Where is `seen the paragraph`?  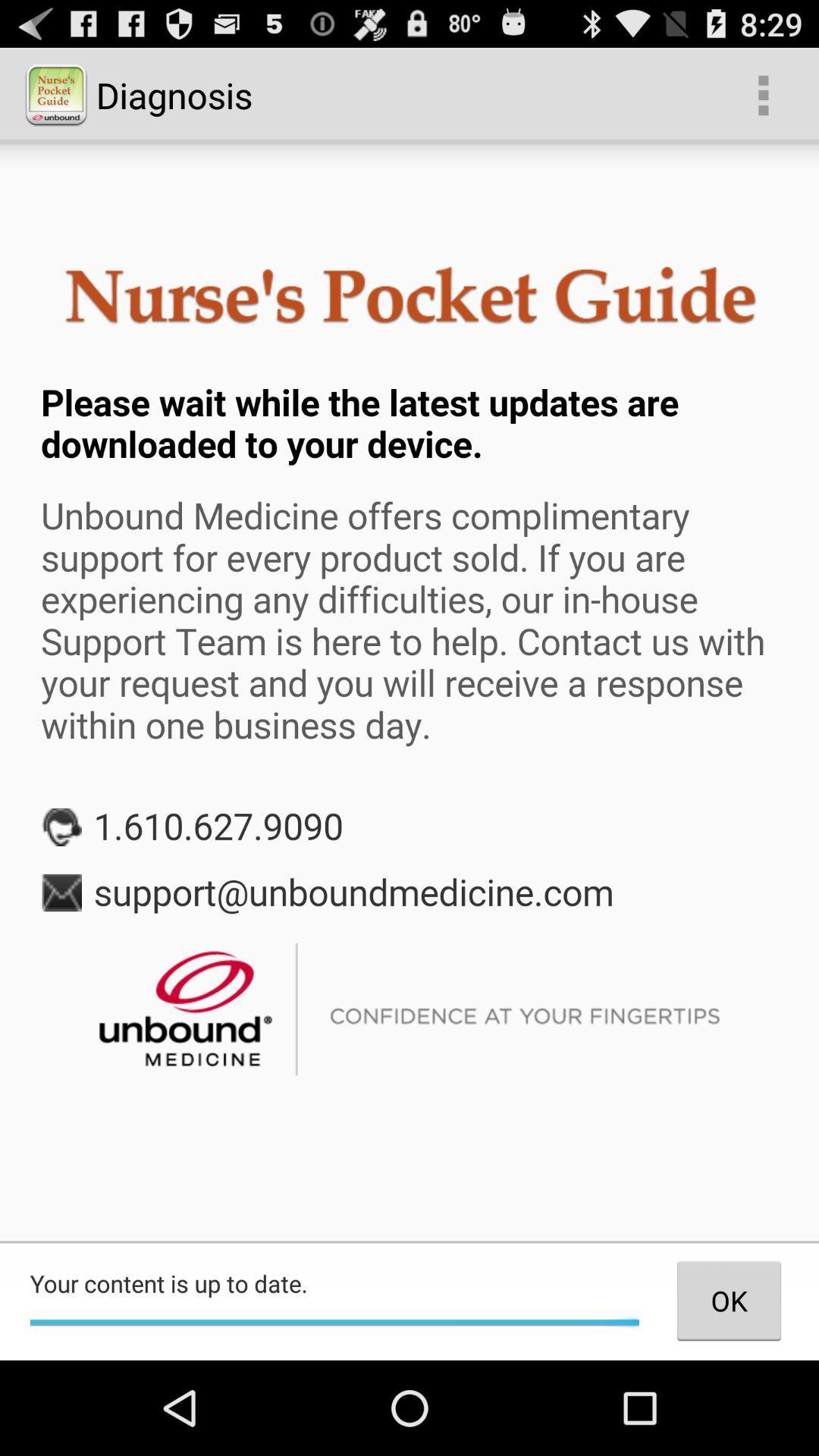 seen the paragraph is located at coordinates (409, 691).